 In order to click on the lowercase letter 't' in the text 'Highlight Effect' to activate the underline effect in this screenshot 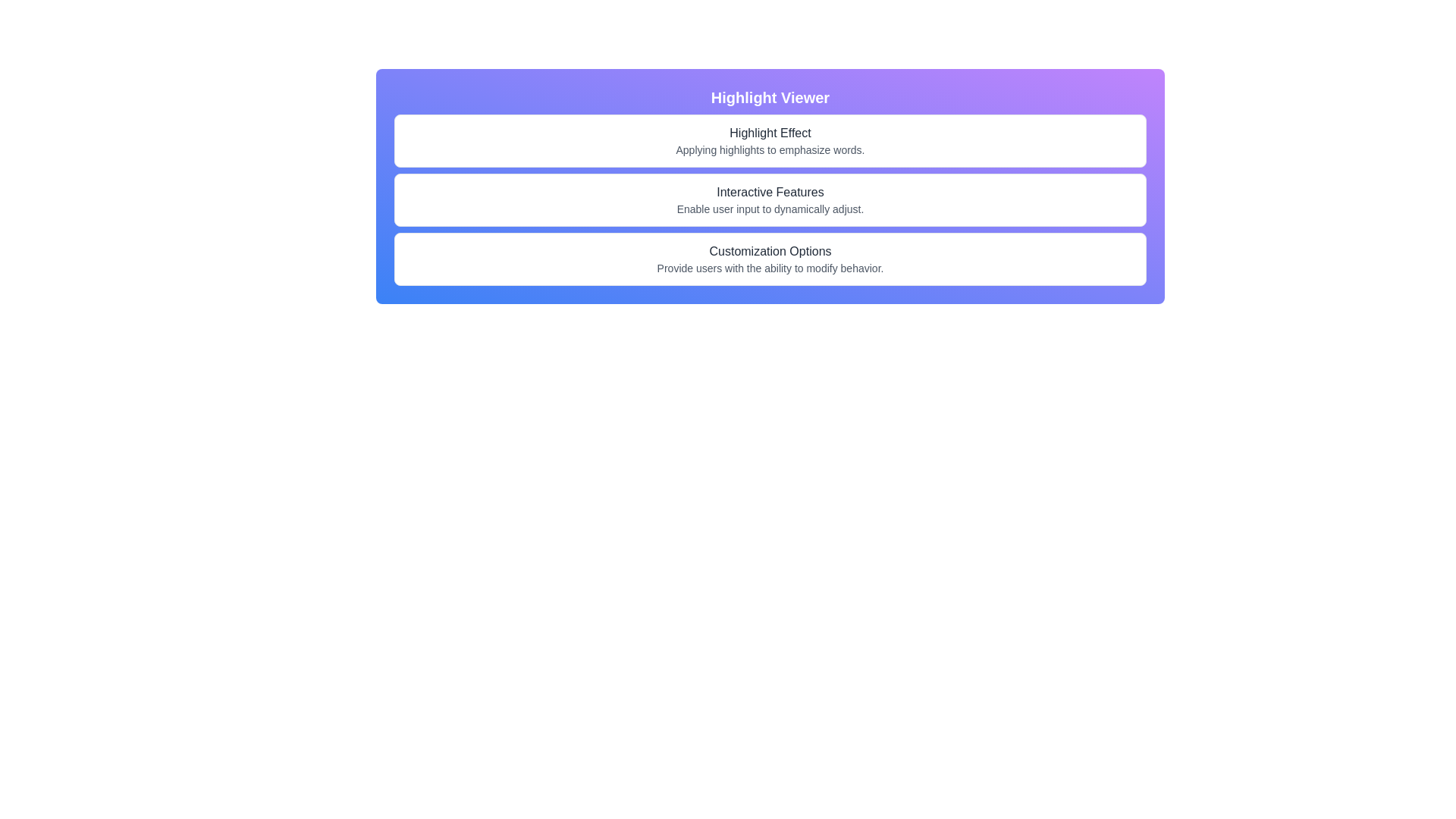, I will do `click(775, 132)`.